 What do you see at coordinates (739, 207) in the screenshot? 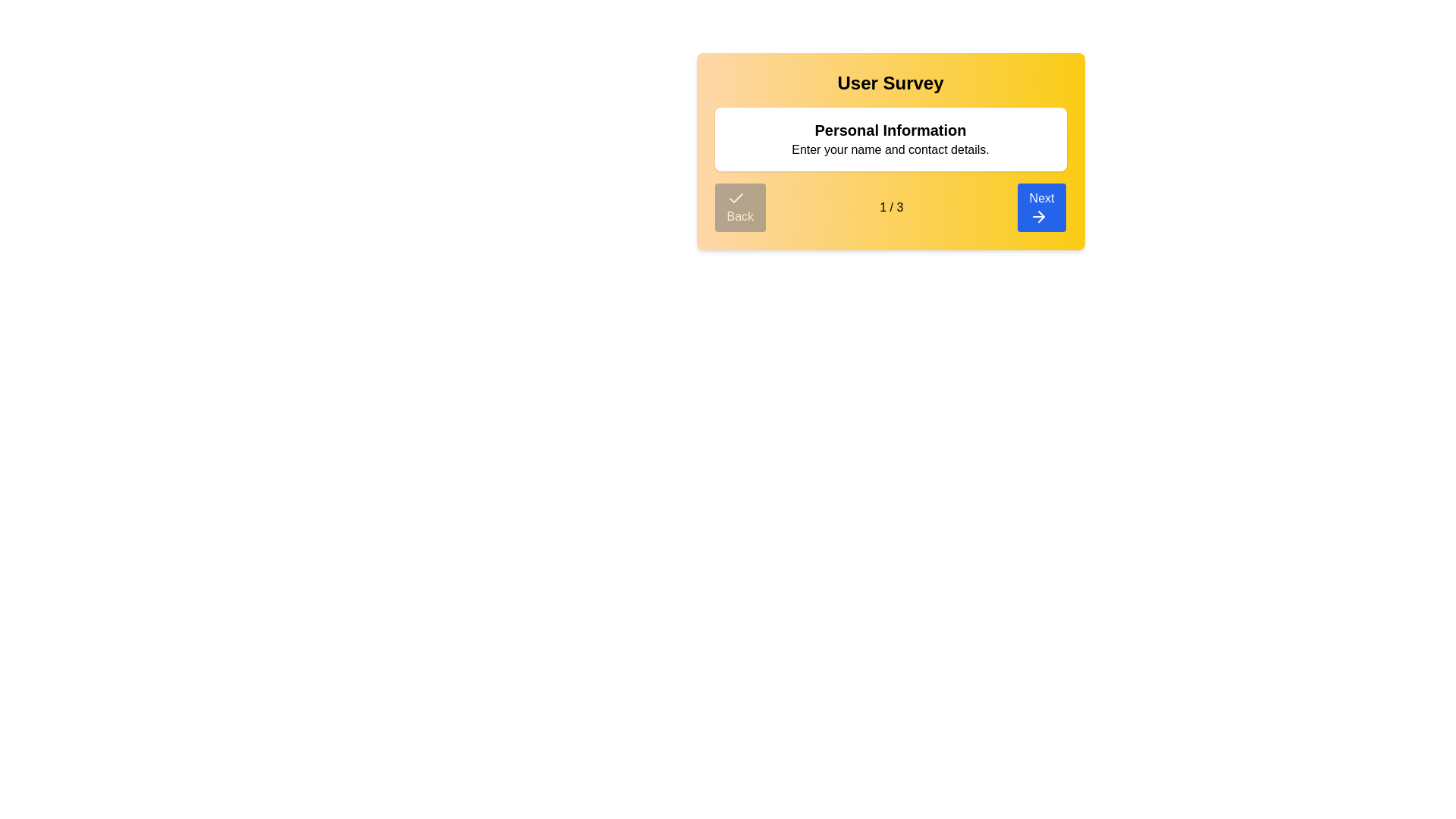
I see `the 'Back' button to navigate to the previous step` at bounding box center [739, 207].